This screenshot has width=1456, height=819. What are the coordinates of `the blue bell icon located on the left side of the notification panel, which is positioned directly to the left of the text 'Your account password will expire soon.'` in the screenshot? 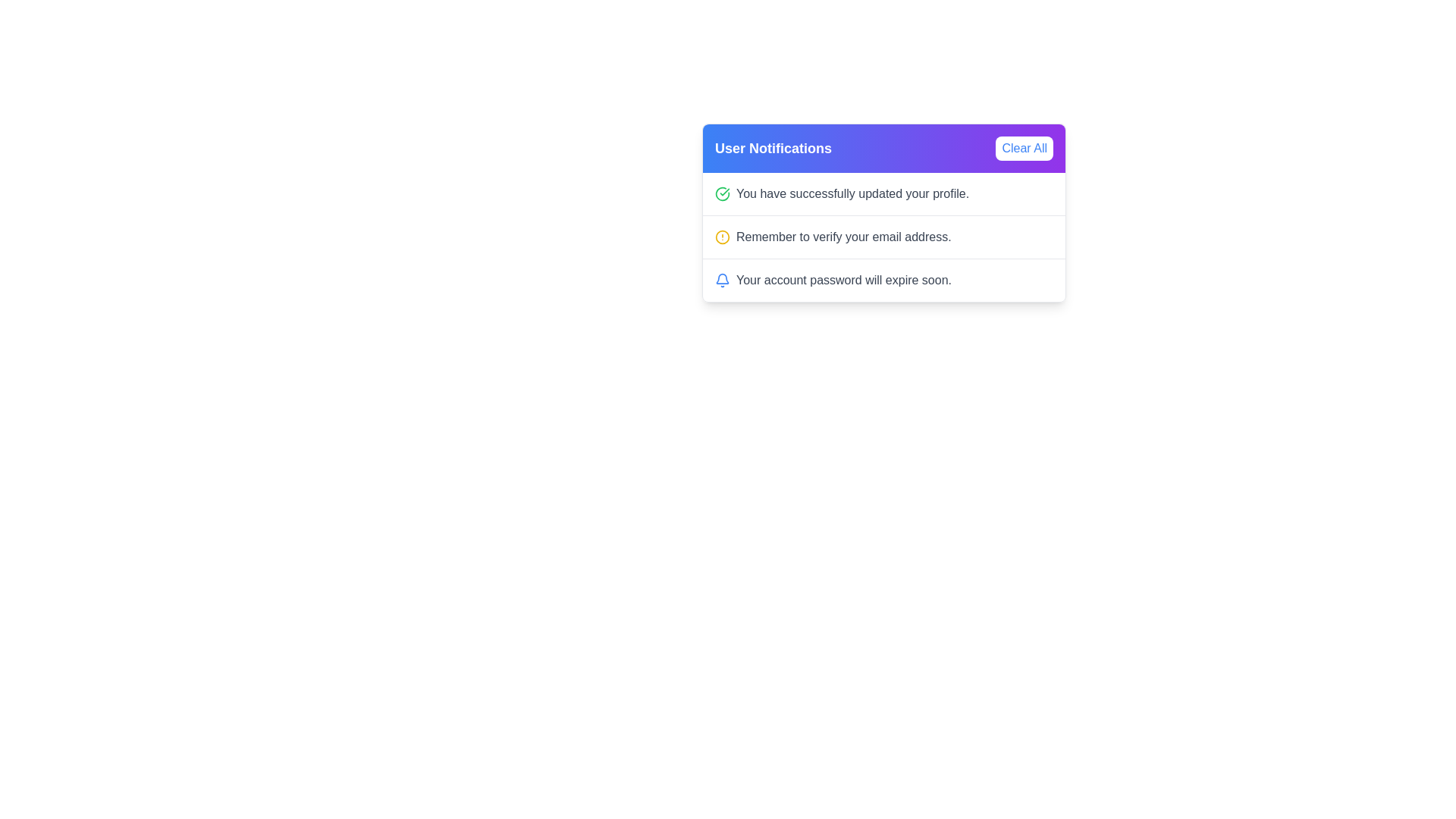 It's located at (722, 281).